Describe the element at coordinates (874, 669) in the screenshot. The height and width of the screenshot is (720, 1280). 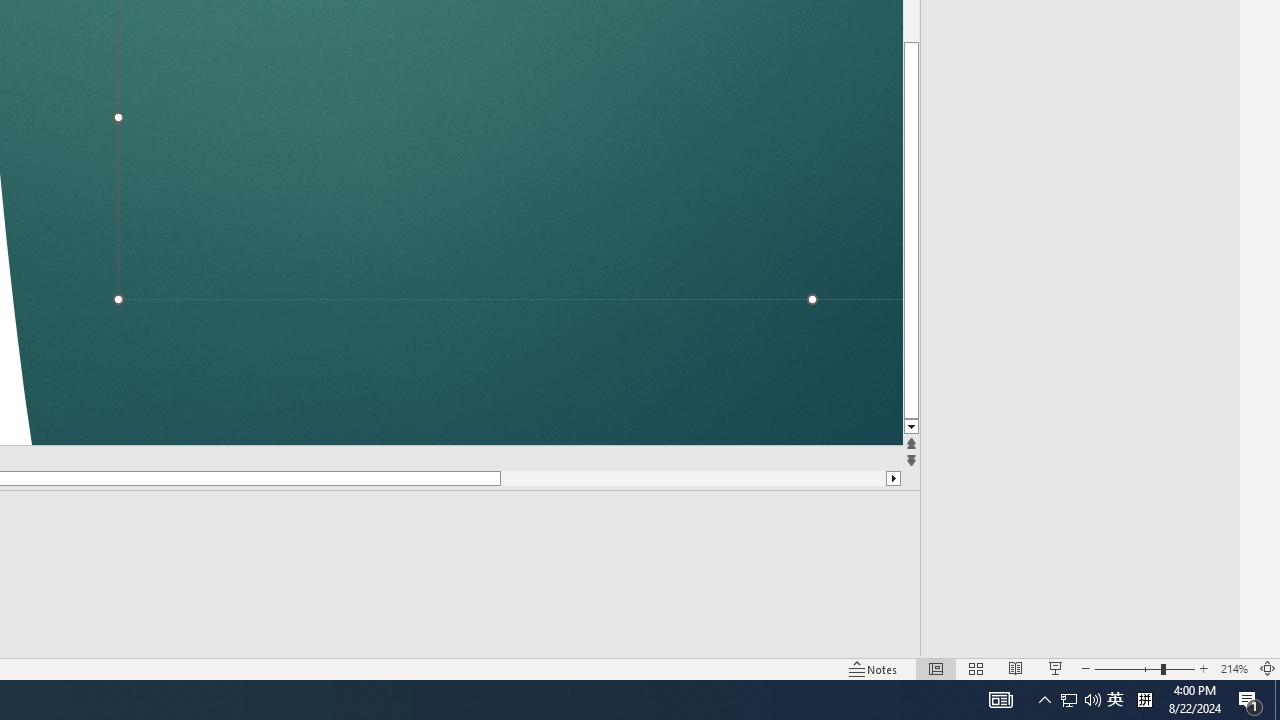
I see `'Notes '` at that location.